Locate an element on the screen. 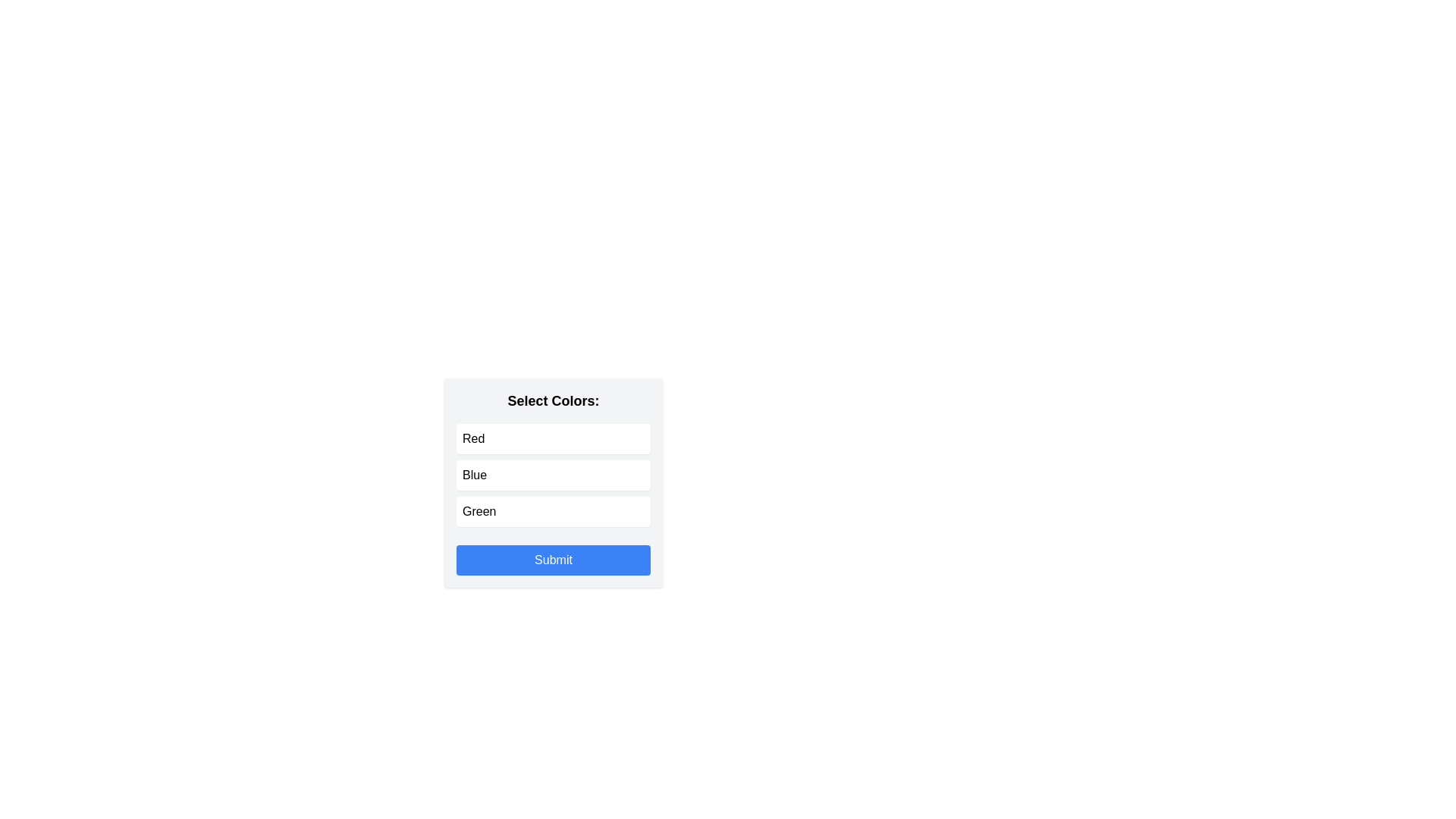 The image size is (1456, 819). the 'Blue' option block in the color selection menu is located at coordinates (552, 475).